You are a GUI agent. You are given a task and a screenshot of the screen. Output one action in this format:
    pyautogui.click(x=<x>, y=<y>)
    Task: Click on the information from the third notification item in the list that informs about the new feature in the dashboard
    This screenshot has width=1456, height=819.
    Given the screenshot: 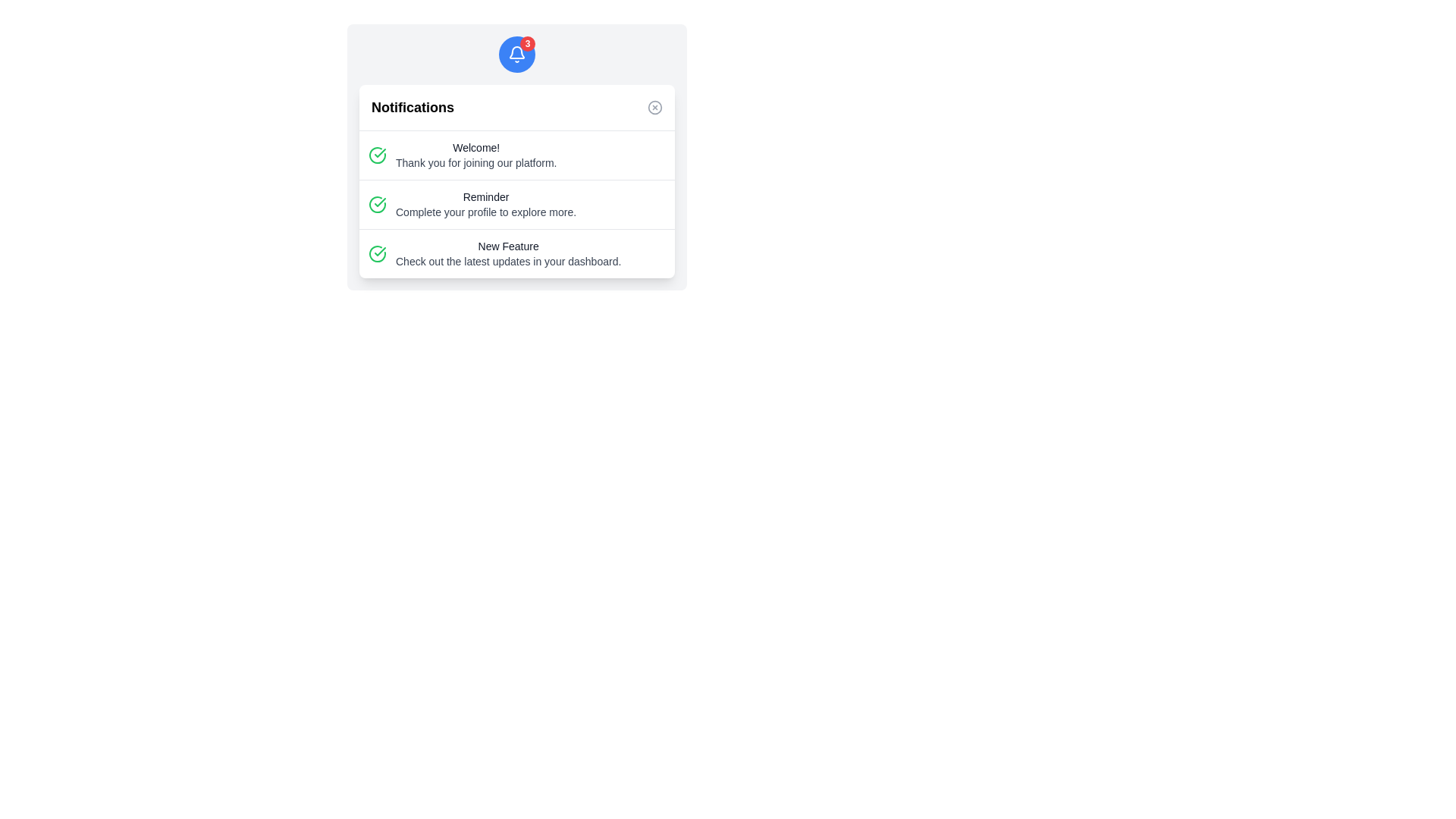 What is the action you would take?
    pyautogui.click(x=516, y=253)
    